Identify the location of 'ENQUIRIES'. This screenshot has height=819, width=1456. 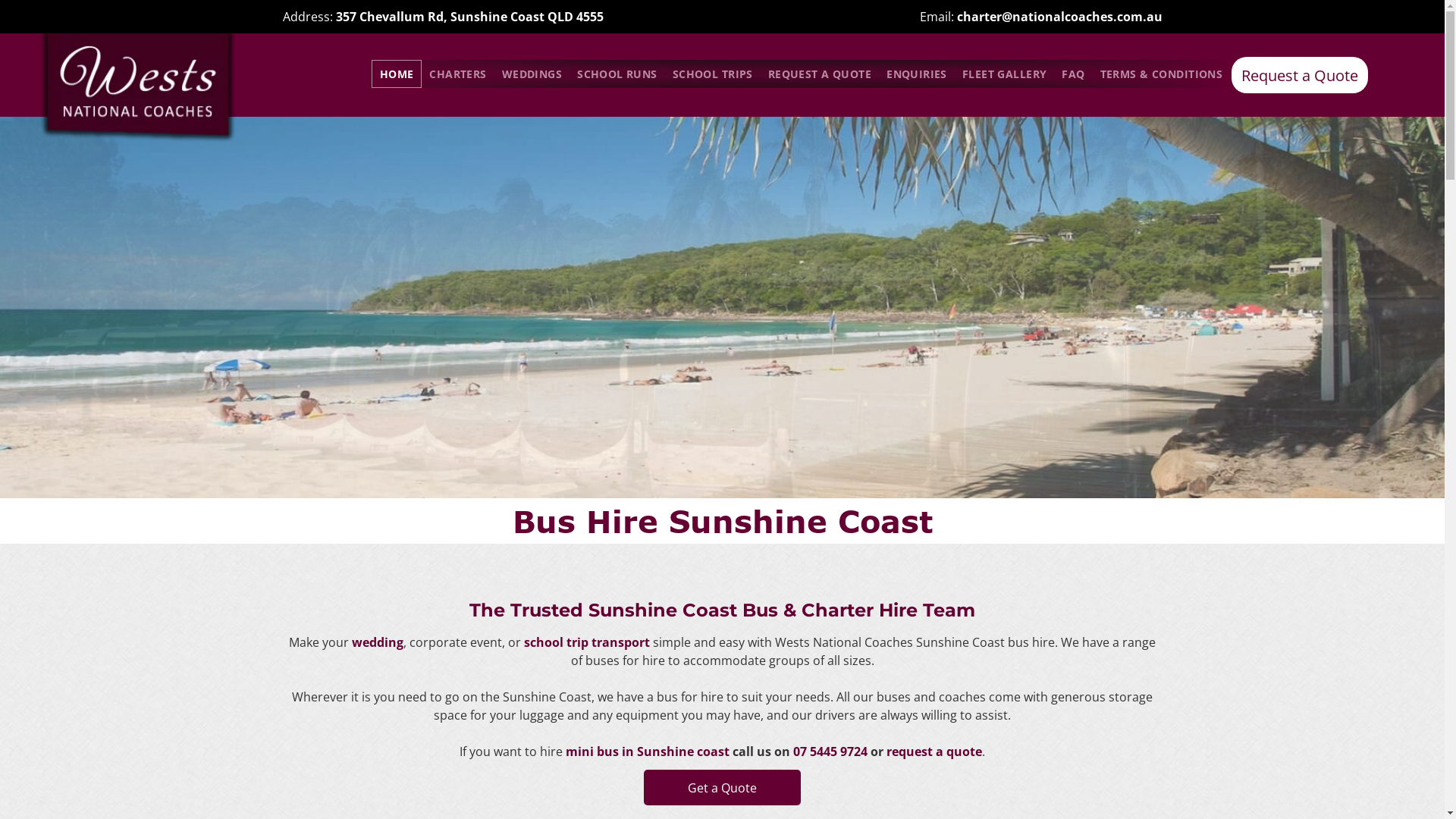
(916, 74).